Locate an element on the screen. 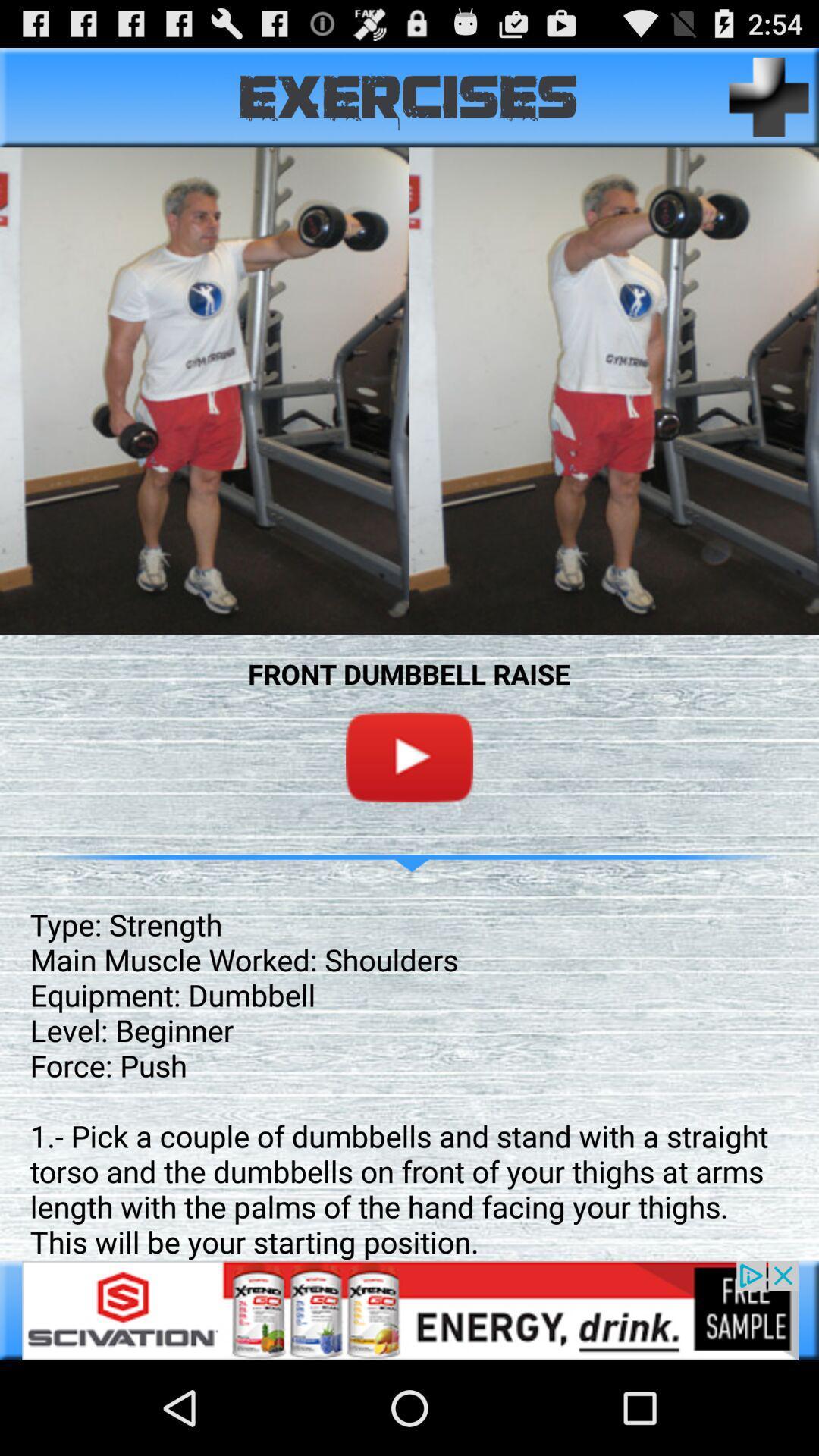 The width and height of the screenshot is (819, 1456). exercise to workout routine is located at coordinates (769, 96).